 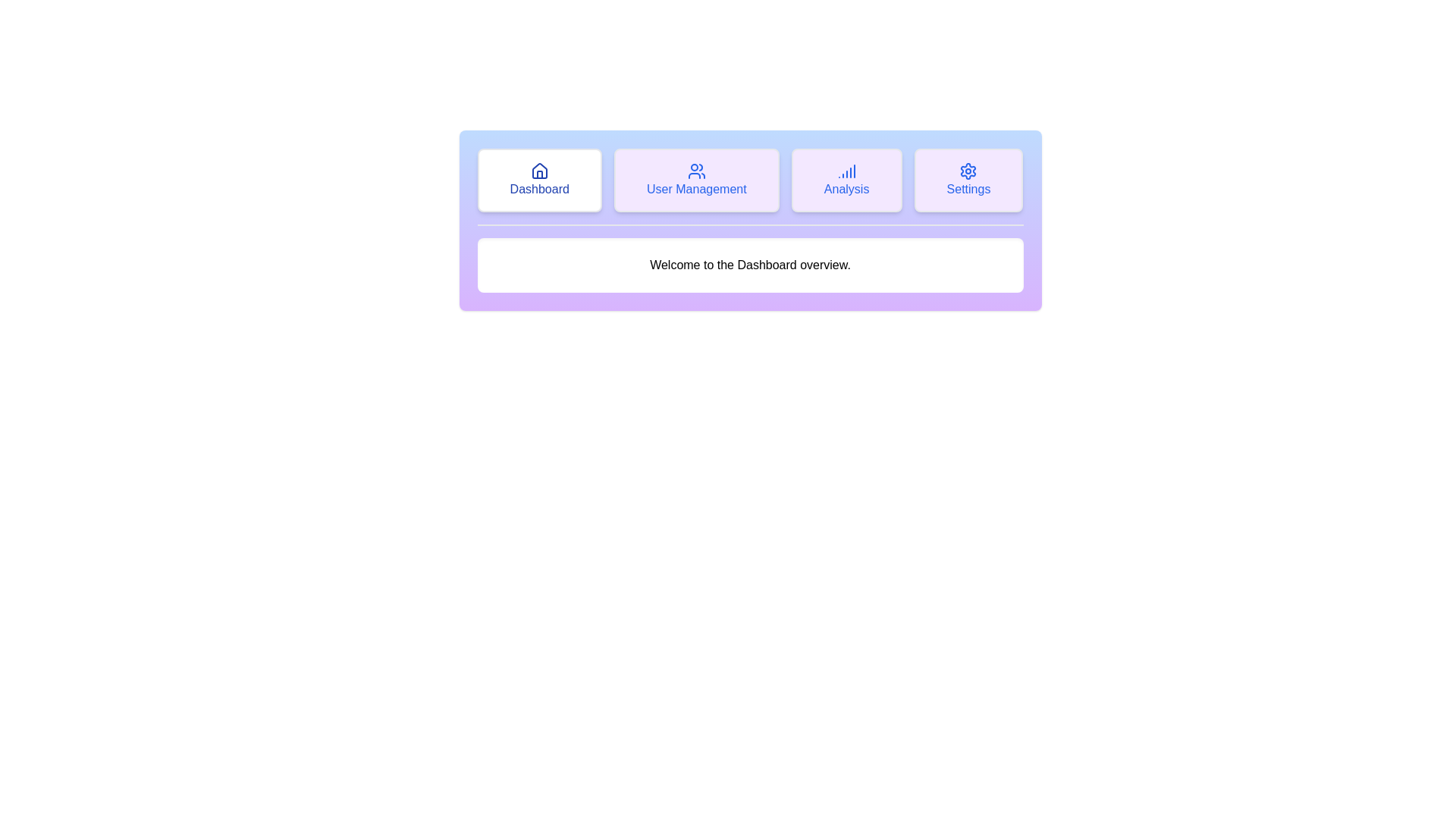 What do you see at coordinates (968, 180) in the screenshot?
I see `the settings button styled as a card located at the top right corner of the feature cards row, which is the fourth card after 'Dashboard', 'User Management', and 'Analysis', to trigger the visual effect` at bounding box center [968, 180].